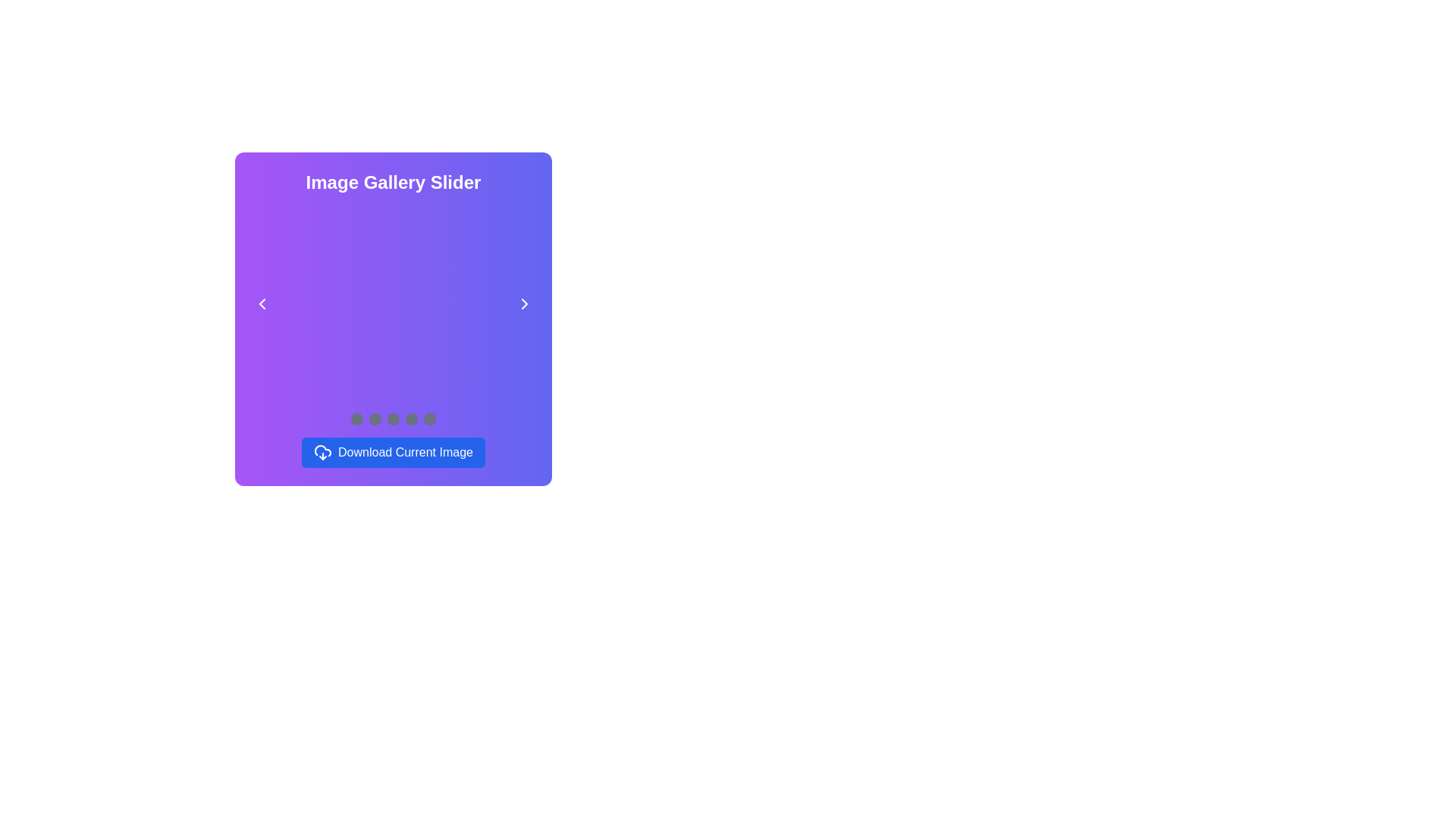 Image resolution: width=1456 pixels, height=819 pixels. What do you see at coordinates (322, 450) in the screenshot?
I see `graphical cloud icon located adjacent to the 'Download Current Image' button for design details` at bounding box center [322, 450].